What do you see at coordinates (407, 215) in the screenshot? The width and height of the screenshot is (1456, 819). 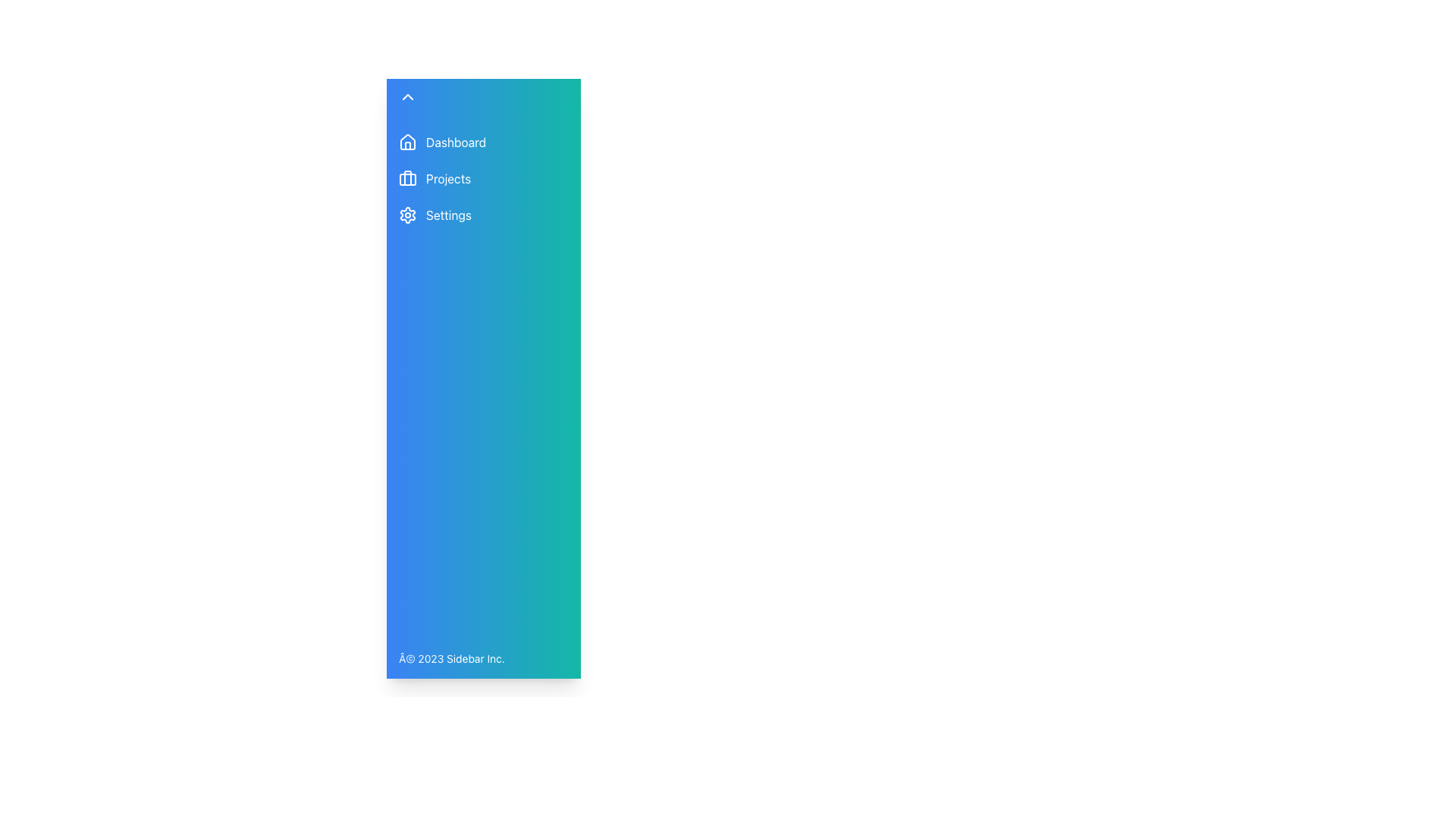 I see `the cogwheel-shaped settings icon located to the left of the text 'Settings' in the vertical navigation menu` at bounding box center [407, 215].